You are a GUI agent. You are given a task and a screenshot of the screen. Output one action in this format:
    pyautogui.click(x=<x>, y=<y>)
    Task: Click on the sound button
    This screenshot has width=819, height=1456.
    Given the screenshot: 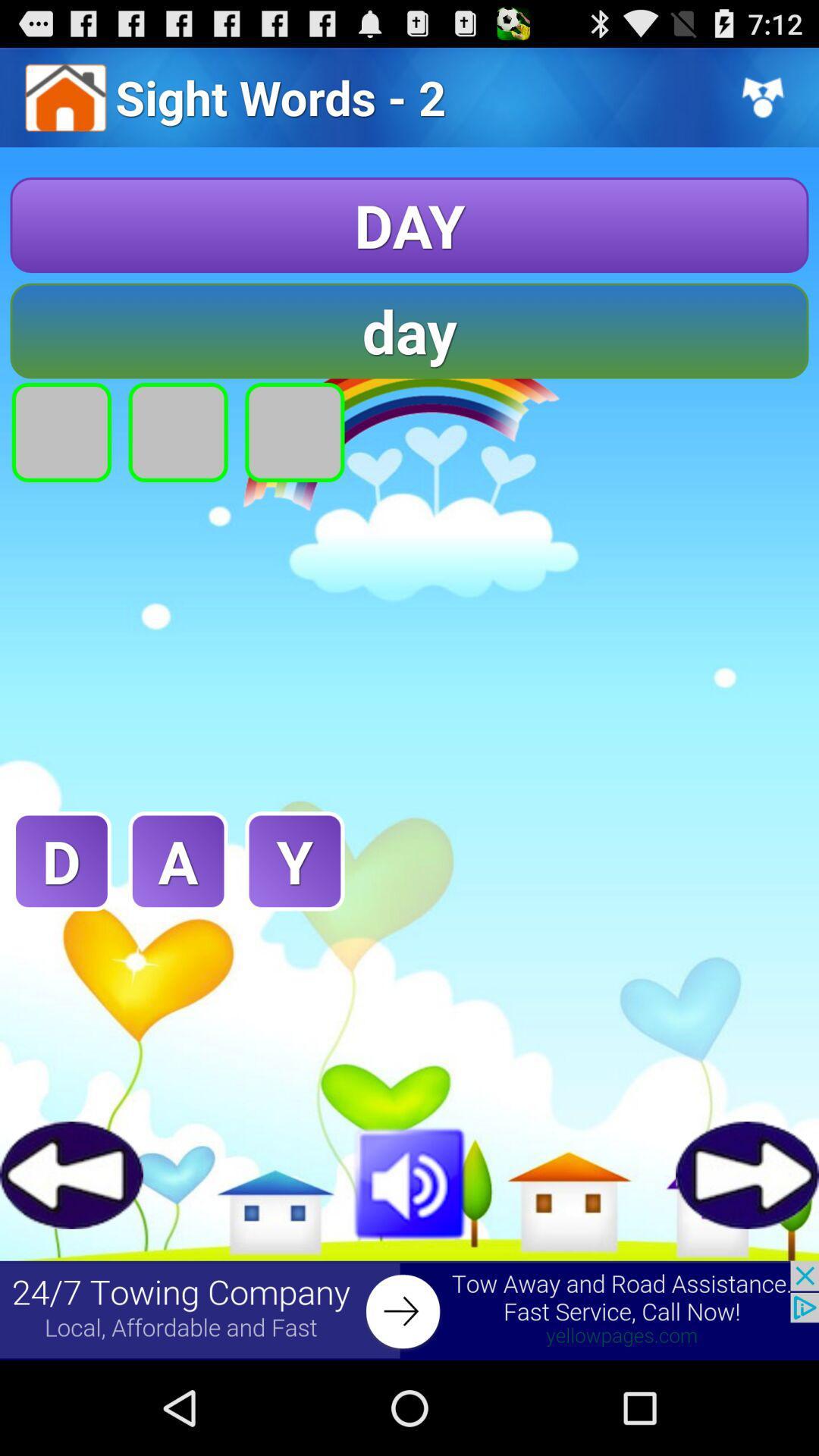 What is the action you would take?
    pyautogui.click(x=409, y=1180)
    